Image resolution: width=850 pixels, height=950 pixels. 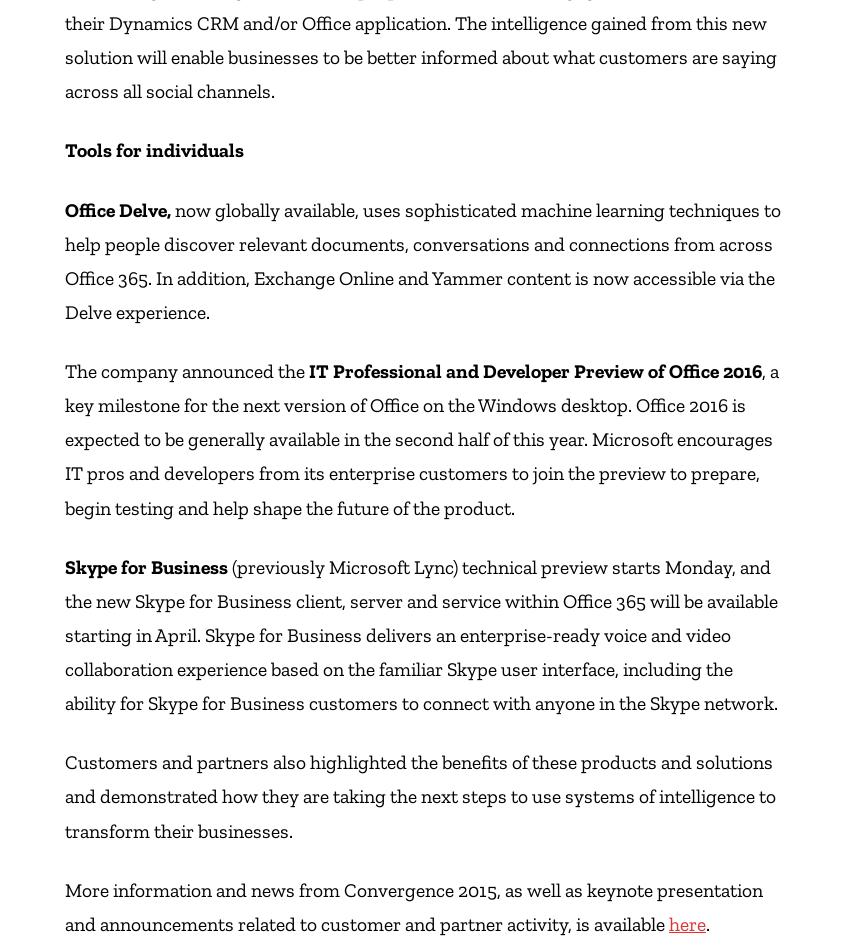 What do you see at coordinates (65, 566) in the screenshot?
I see `'Skype for Business'` at bounding box center [65, 566].